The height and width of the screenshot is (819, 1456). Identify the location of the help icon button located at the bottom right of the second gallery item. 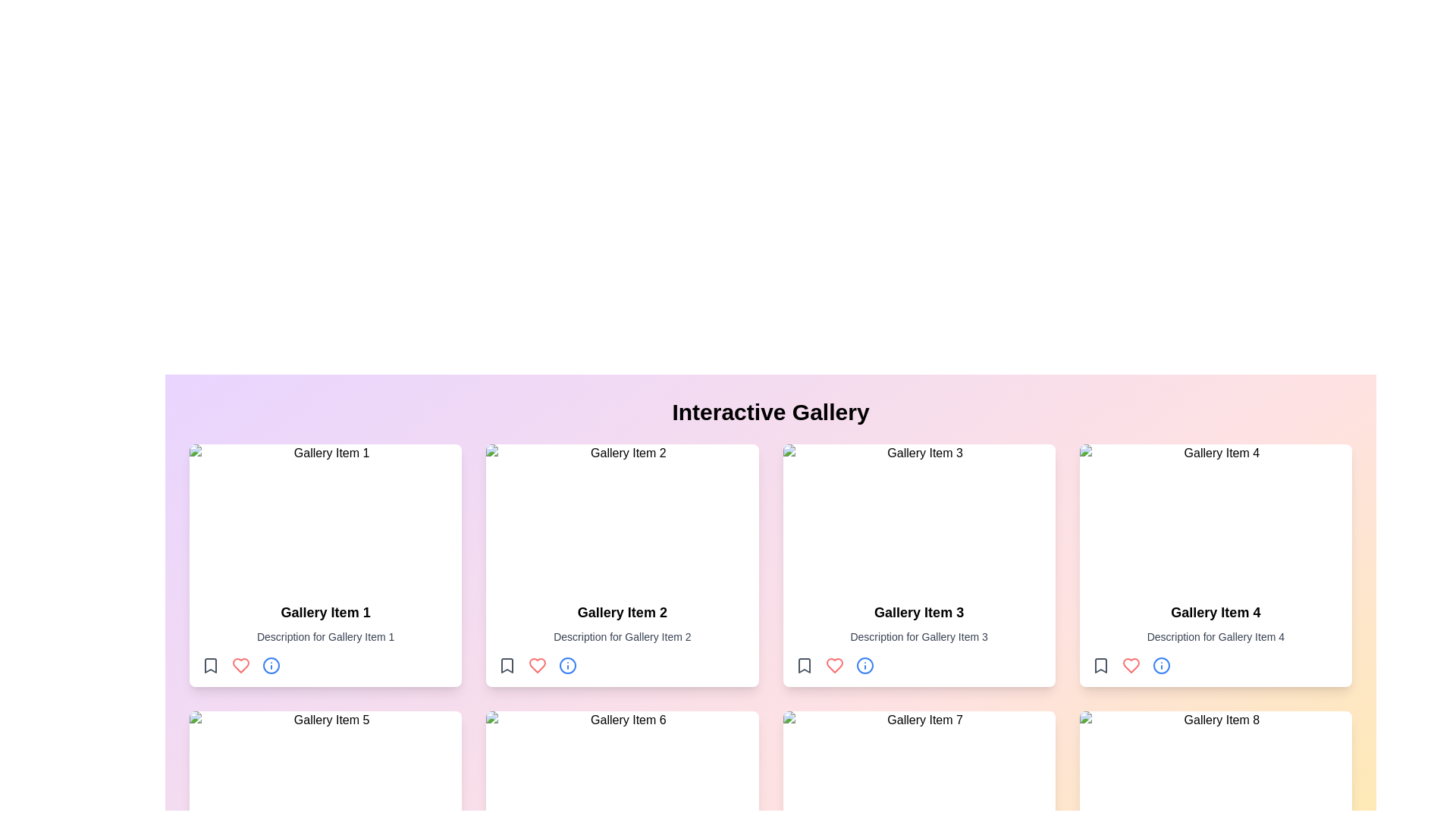
(567, 665).